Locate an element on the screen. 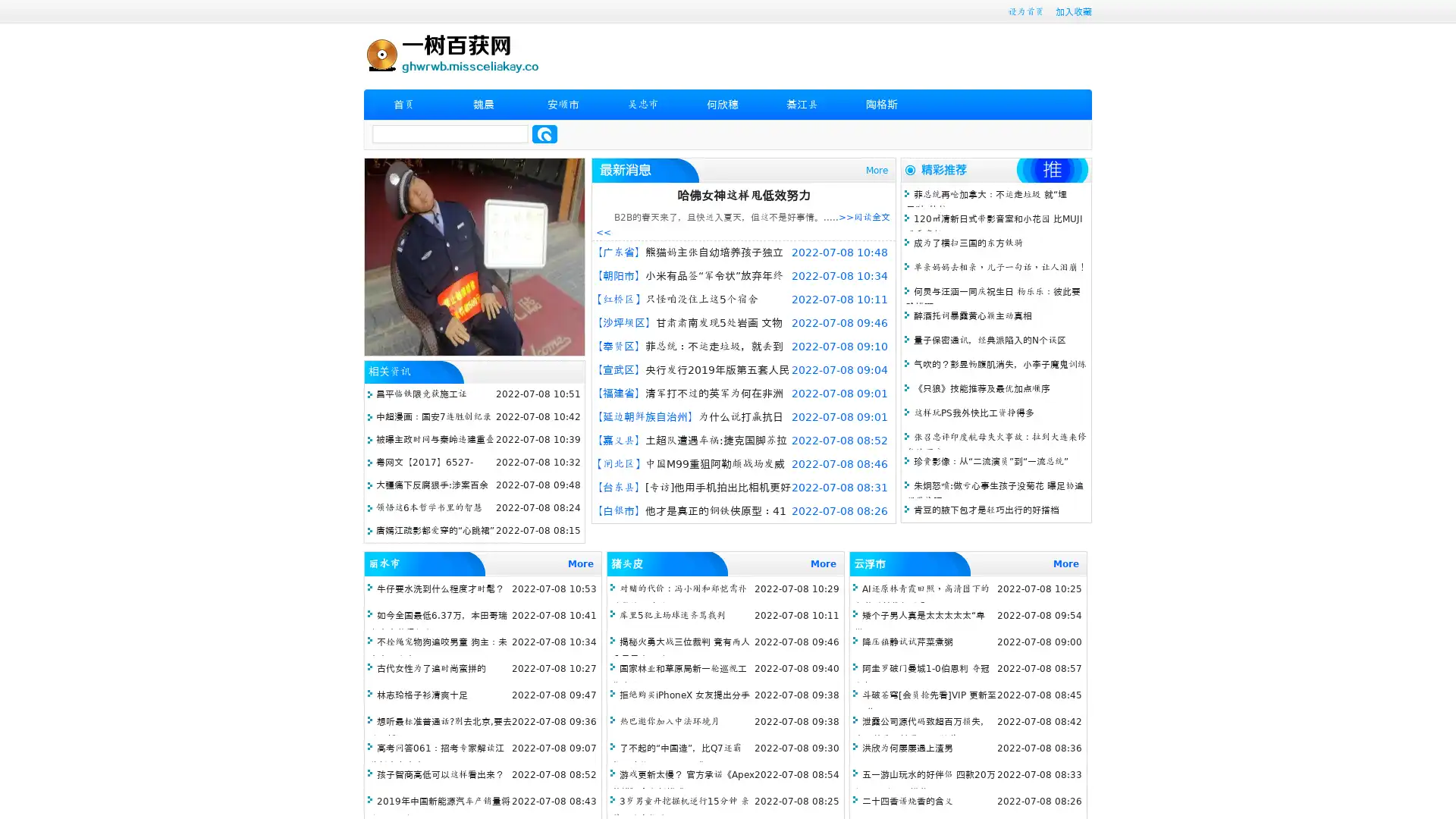 The height and width of the screenshot is (819, 1456). Search is located at coordinates (544, 133).